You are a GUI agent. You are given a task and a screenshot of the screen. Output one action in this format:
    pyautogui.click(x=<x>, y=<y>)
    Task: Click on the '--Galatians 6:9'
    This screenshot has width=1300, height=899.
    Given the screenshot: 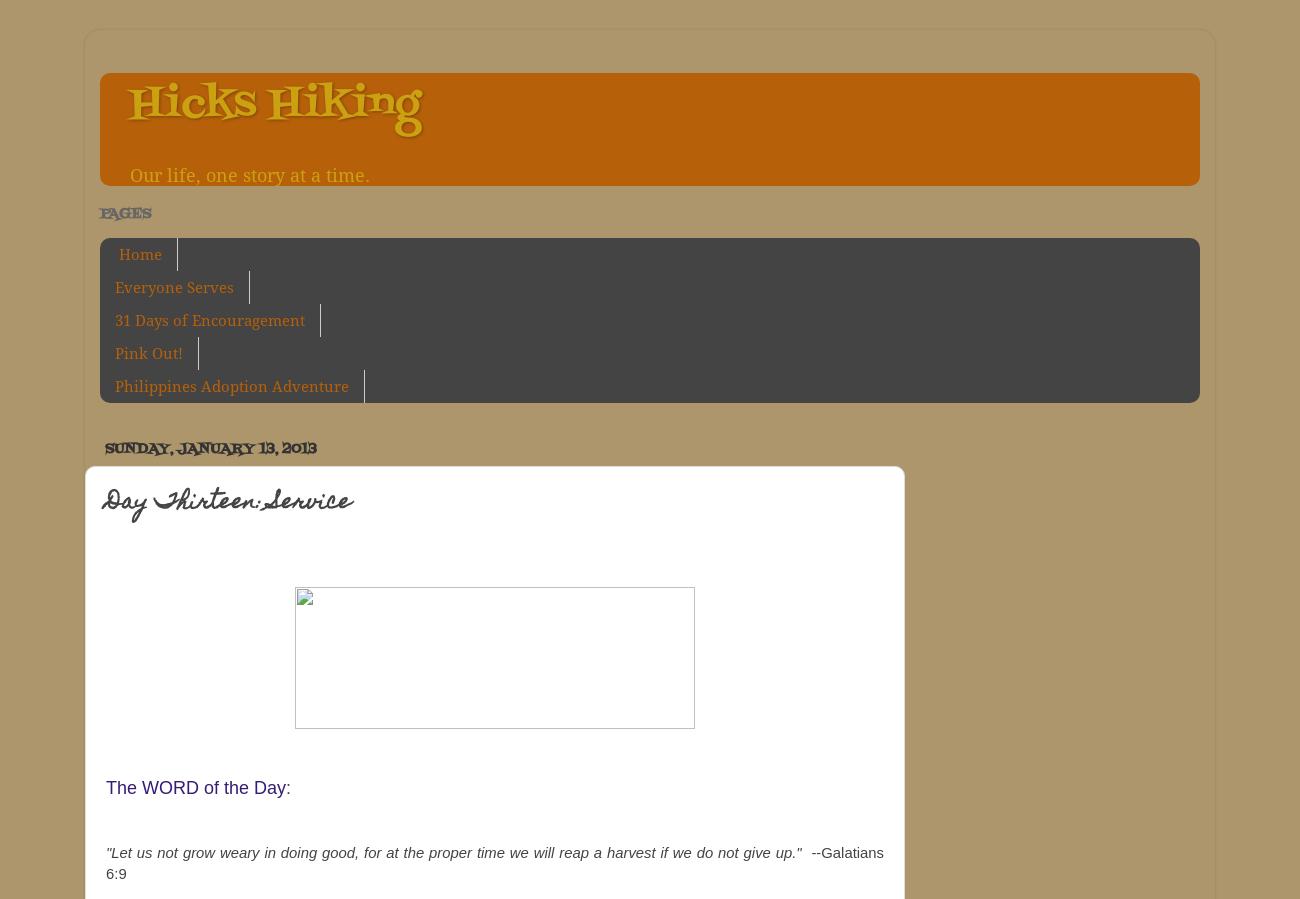 What is the action you would take?
    pyautogui.click(x=105, y=863)
    